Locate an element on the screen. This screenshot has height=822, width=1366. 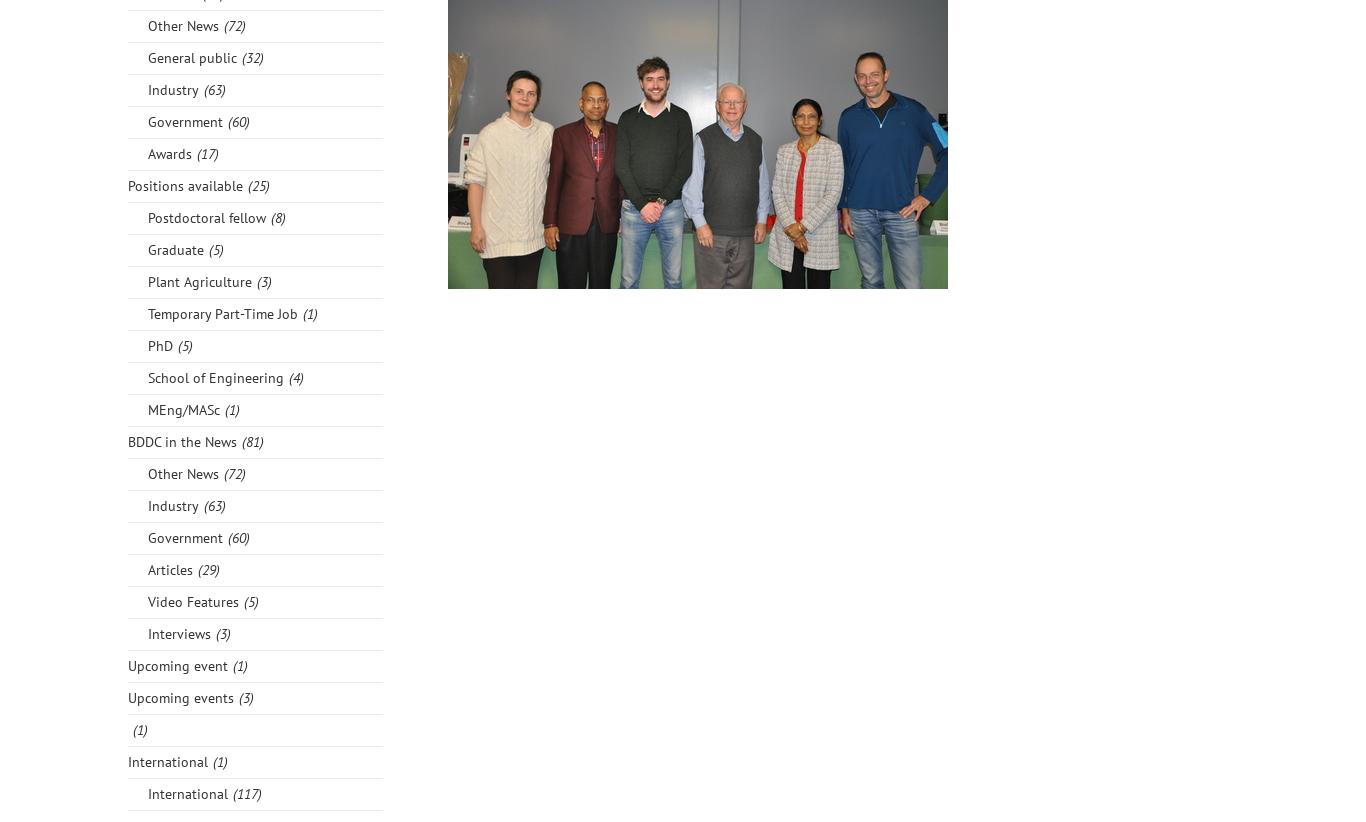
'BDDC in the News' is located at coordinates (181, 440).